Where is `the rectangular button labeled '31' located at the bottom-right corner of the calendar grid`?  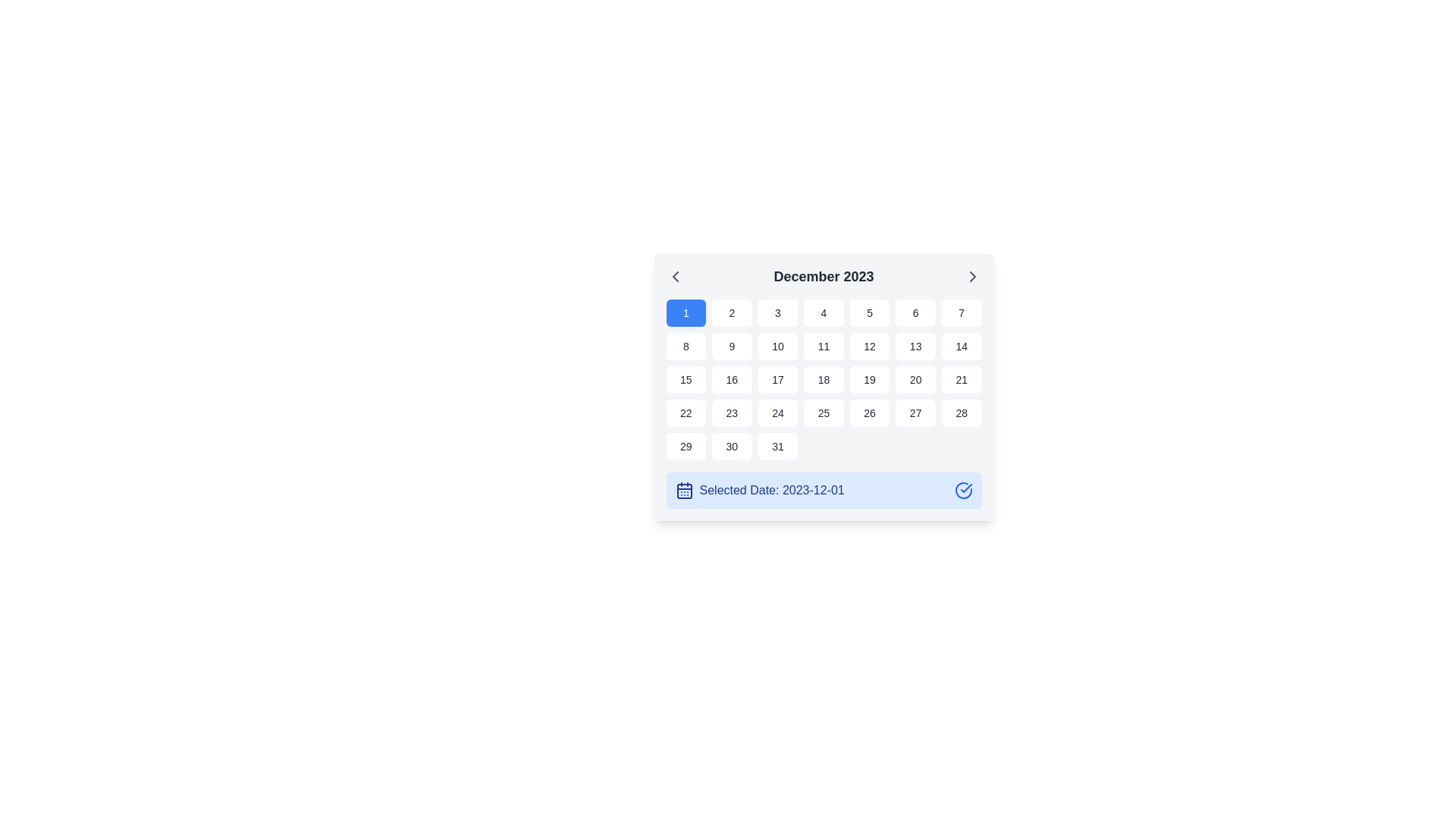
the rectangular button labeled '31' located at the bottom-right corner of the calendar grid is located at coordinates (777, 446).